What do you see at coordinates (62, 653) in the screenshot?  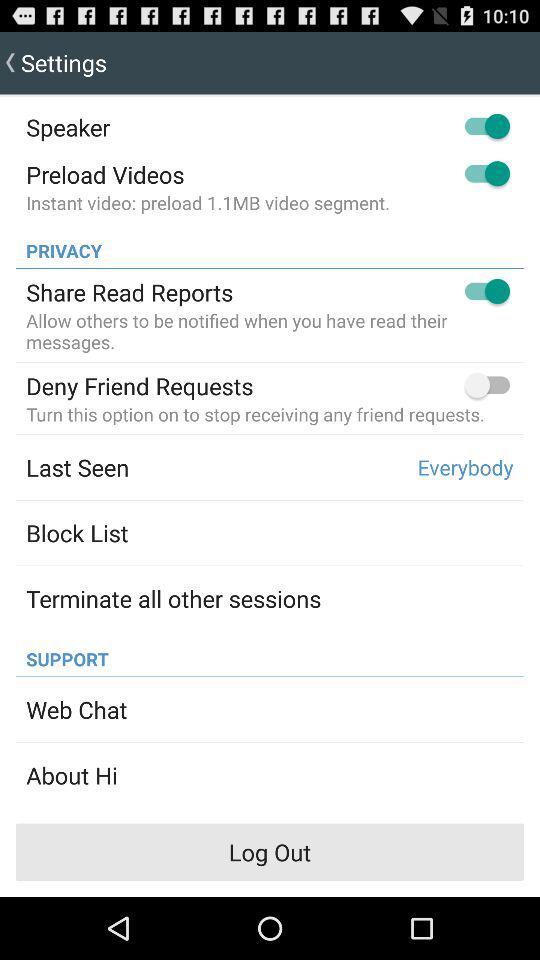 I see `the app below the terminate all other icon` at bounding box center [62, 653].